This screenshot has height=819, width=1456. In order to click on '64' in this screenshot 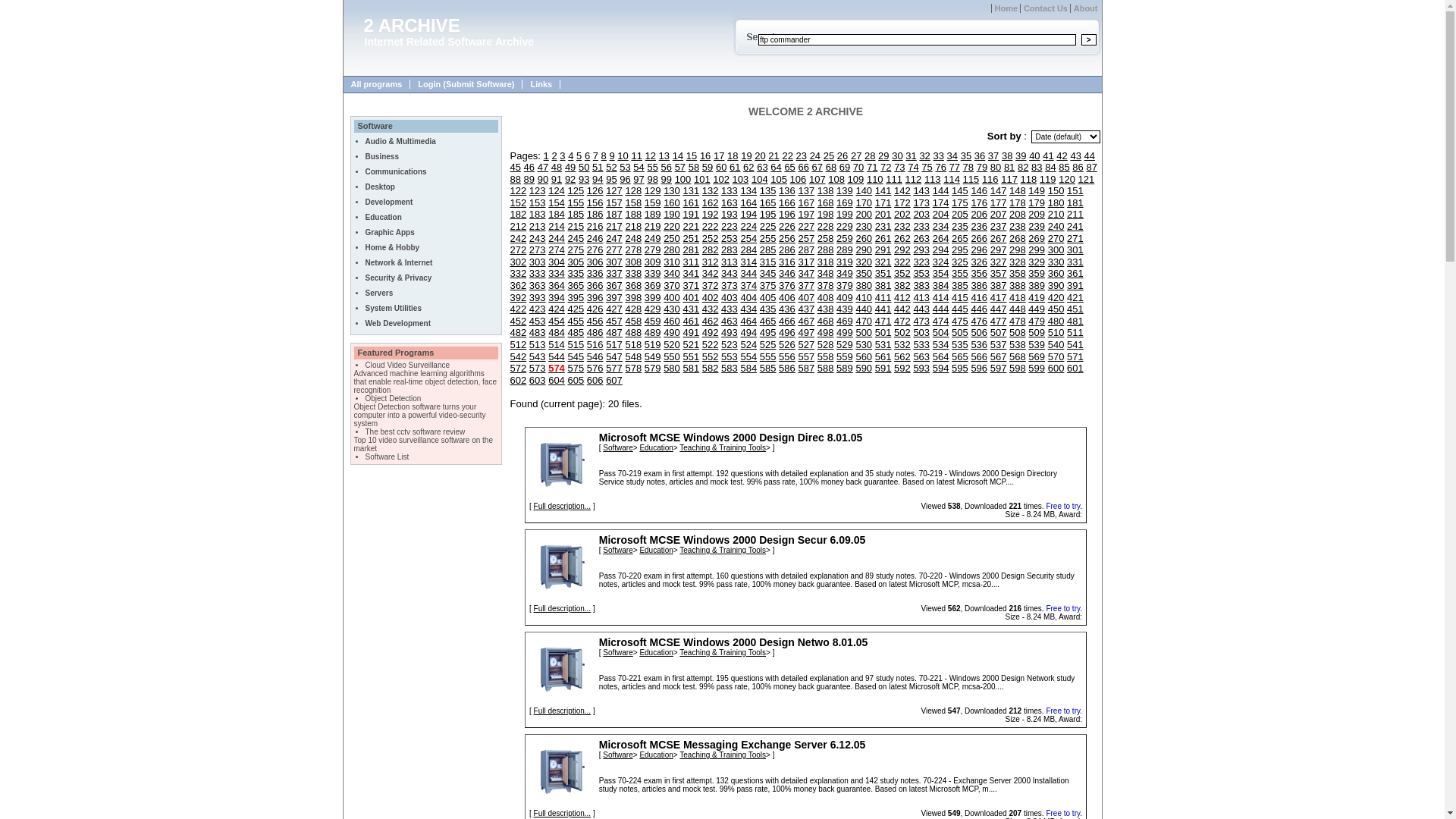, I will do `click(770, 167)`.